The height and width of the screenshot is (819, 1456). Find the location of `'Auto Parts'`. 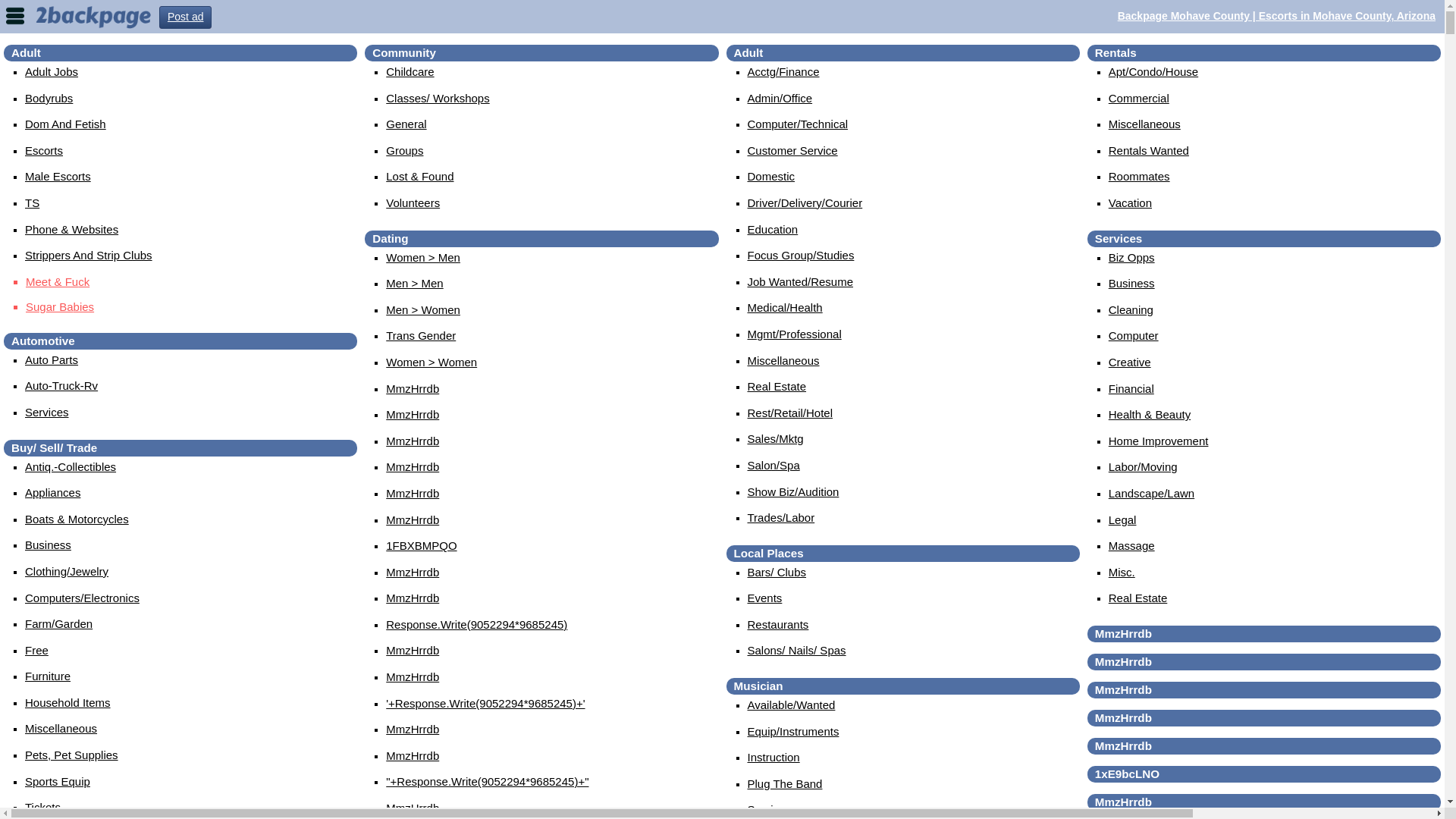

'Auto Parts' is located at coordinates (51, 359).